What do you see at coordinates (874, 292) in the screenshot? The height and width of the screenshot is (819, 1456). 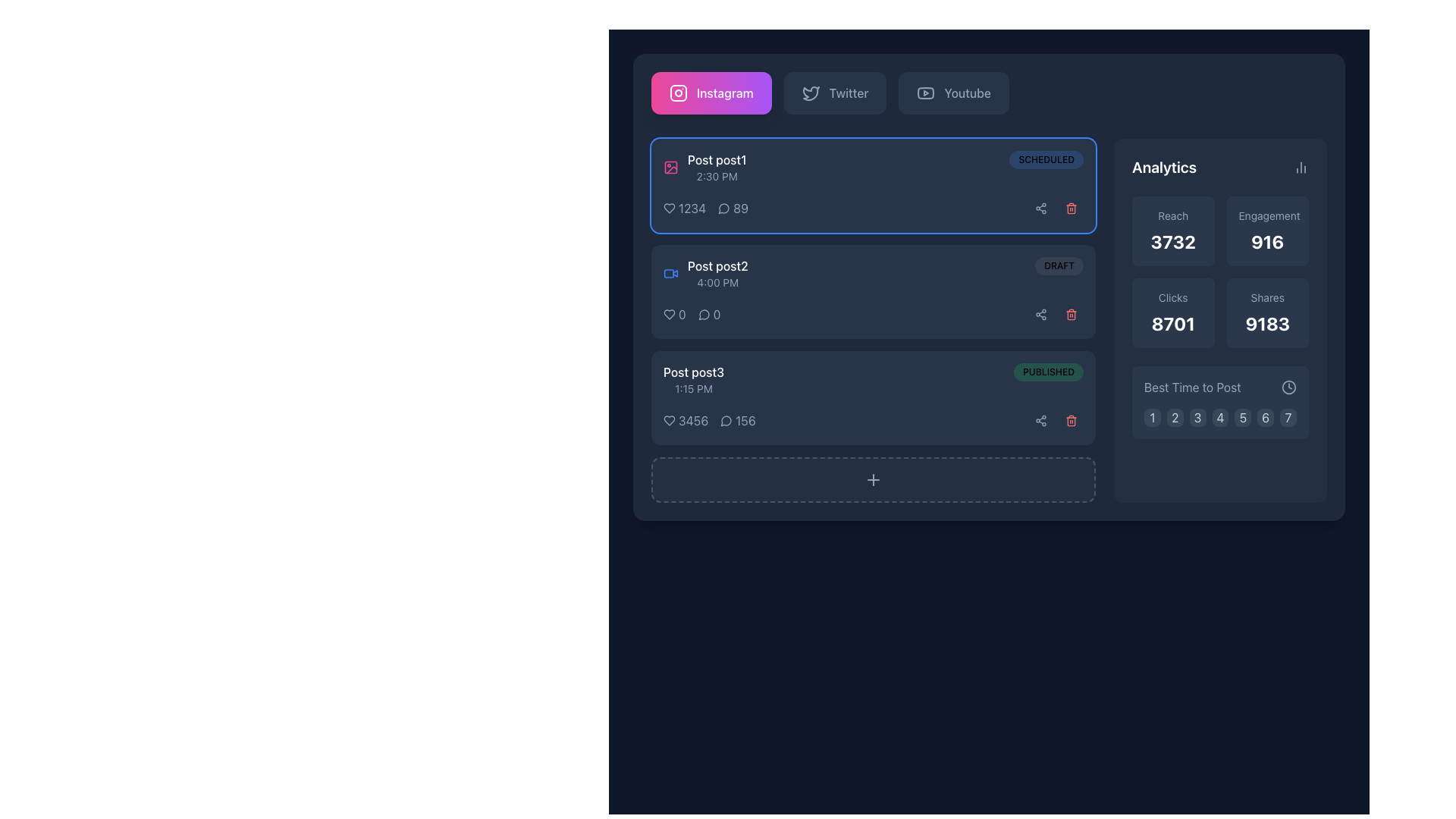 I see `counters within the panel labeled 'Post post2', which is the second item in a vertically stacked list of post panels` at bounding box center [874, 292].